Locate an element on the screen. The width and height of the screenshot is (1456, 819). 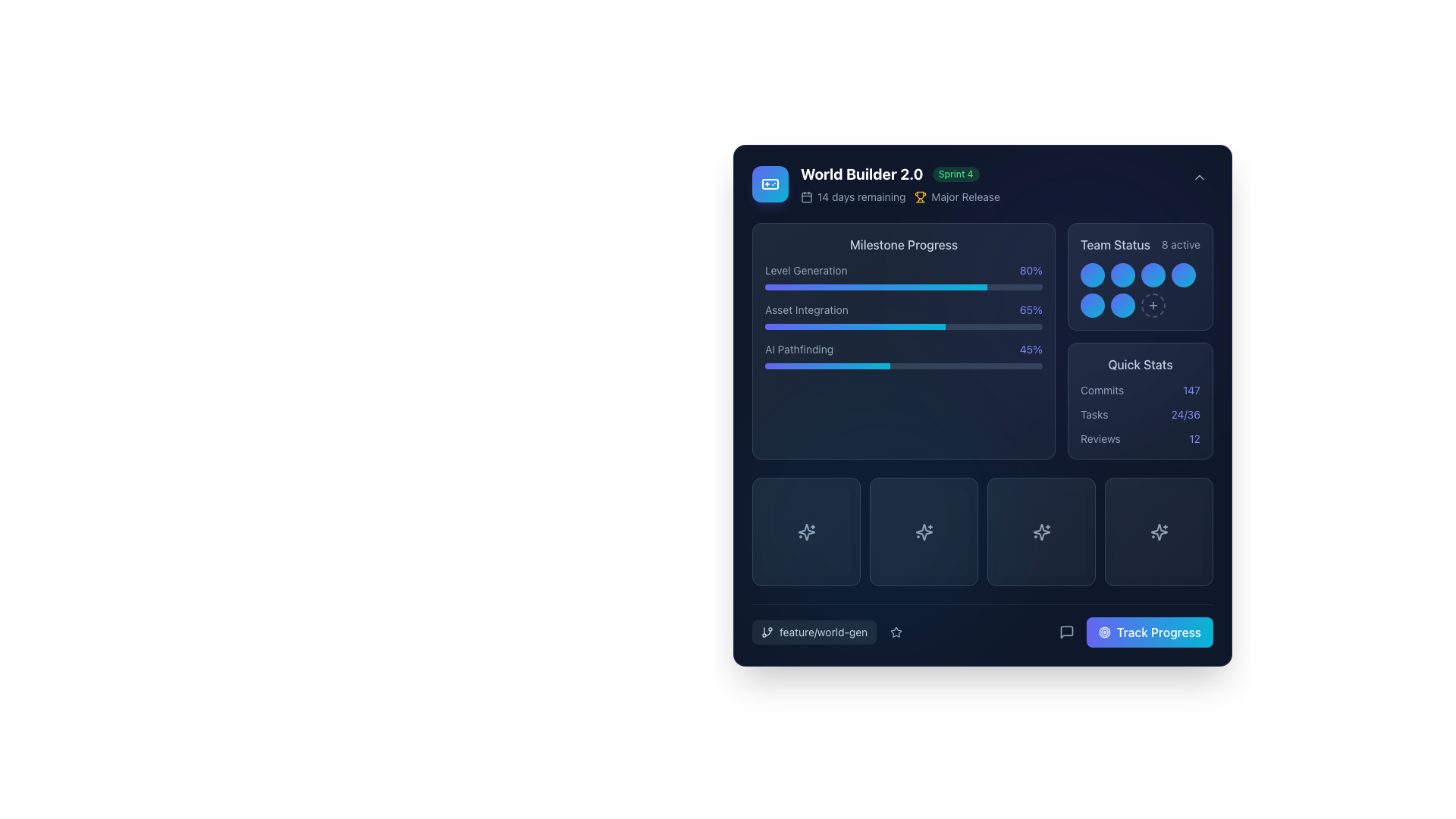
the textual display showing the number of commits in the 'Quick Stats' section, which is the first entry above the 'Tasks 24/36' and 'Reviews 12' labels is located at coordinates (1140, 390).